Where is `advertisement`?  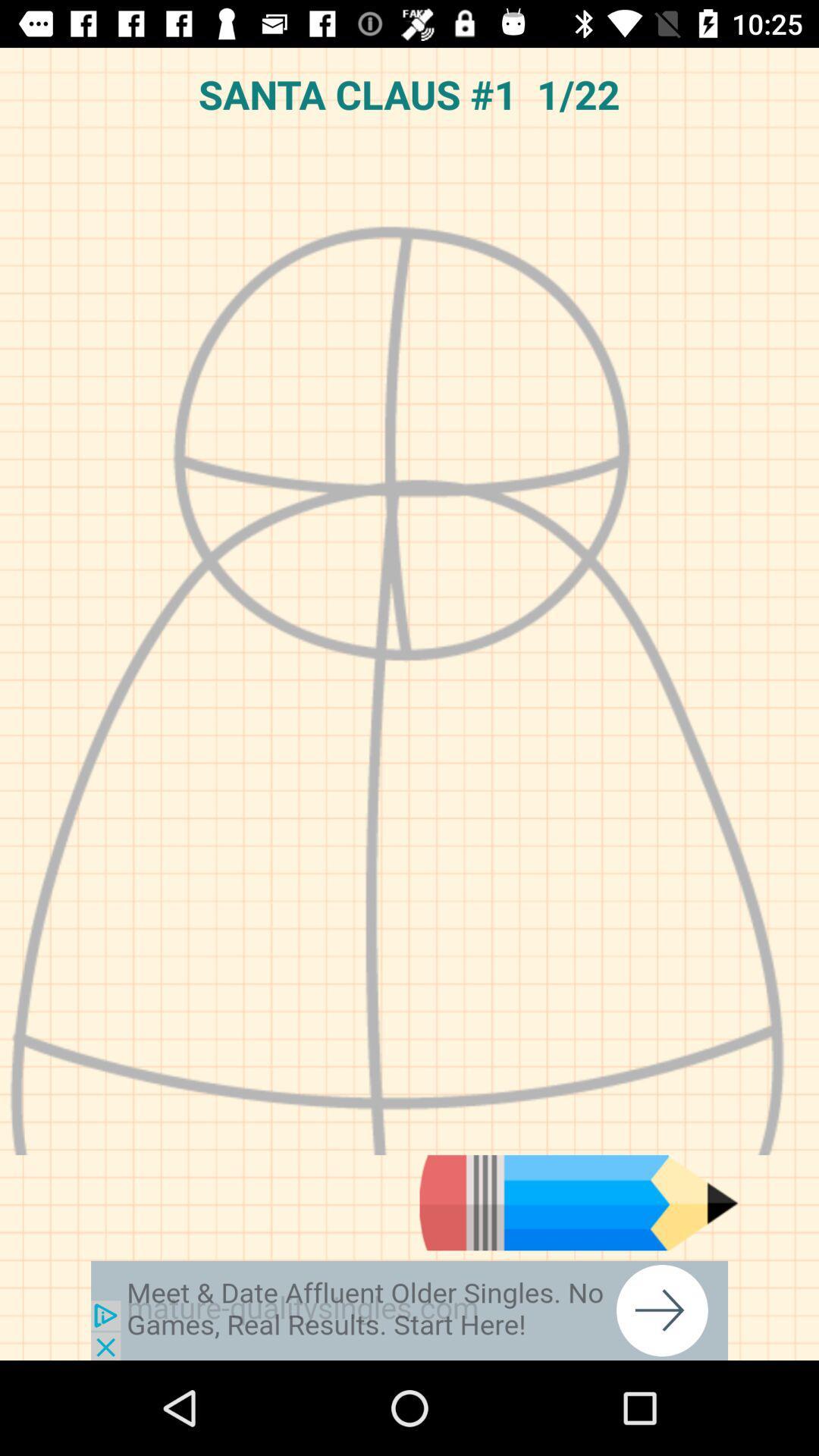 advertisement is located at coordinates (409, 1310).